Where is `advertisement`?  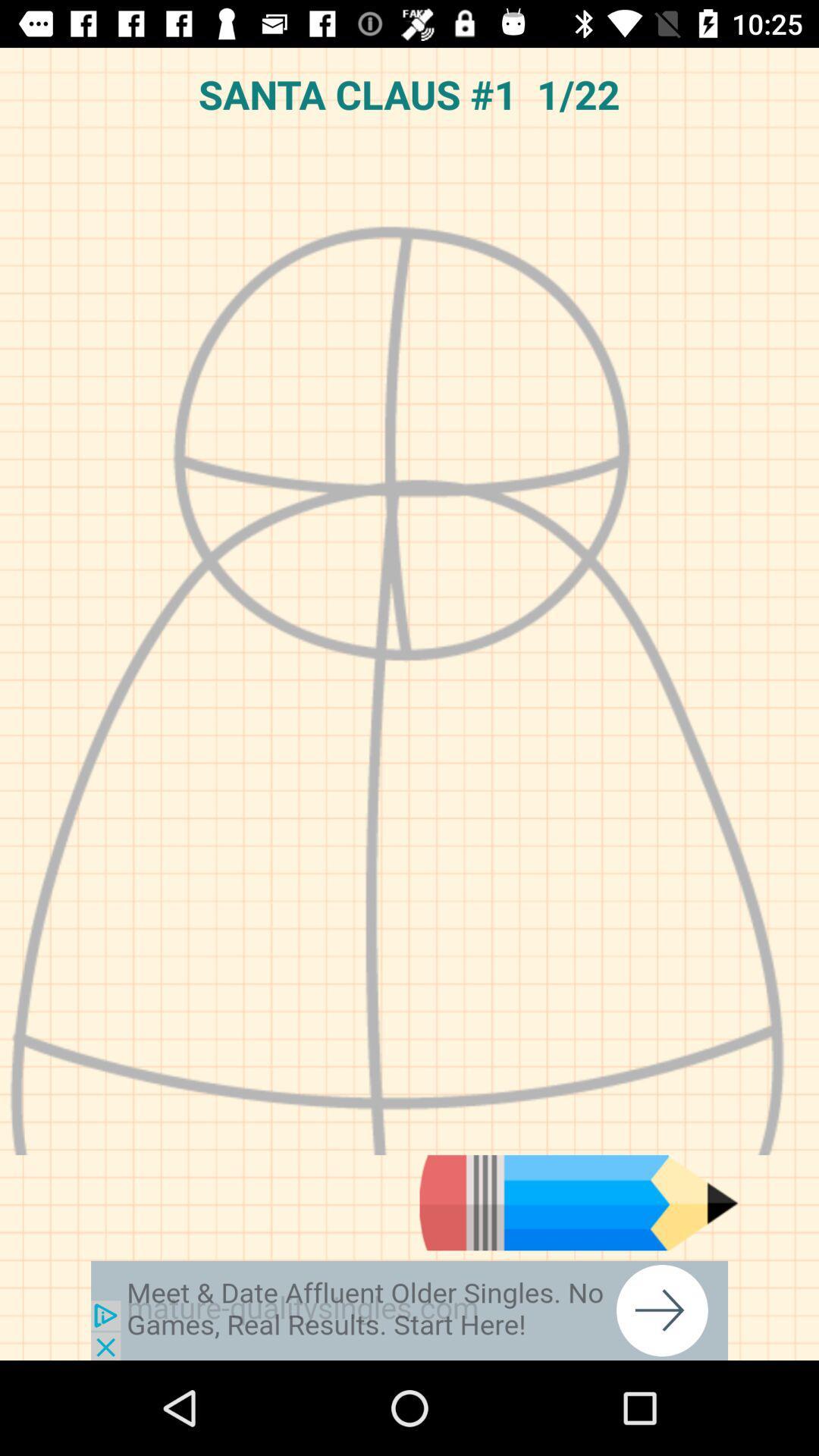 advertisement is located at coordinates (409, 1310).